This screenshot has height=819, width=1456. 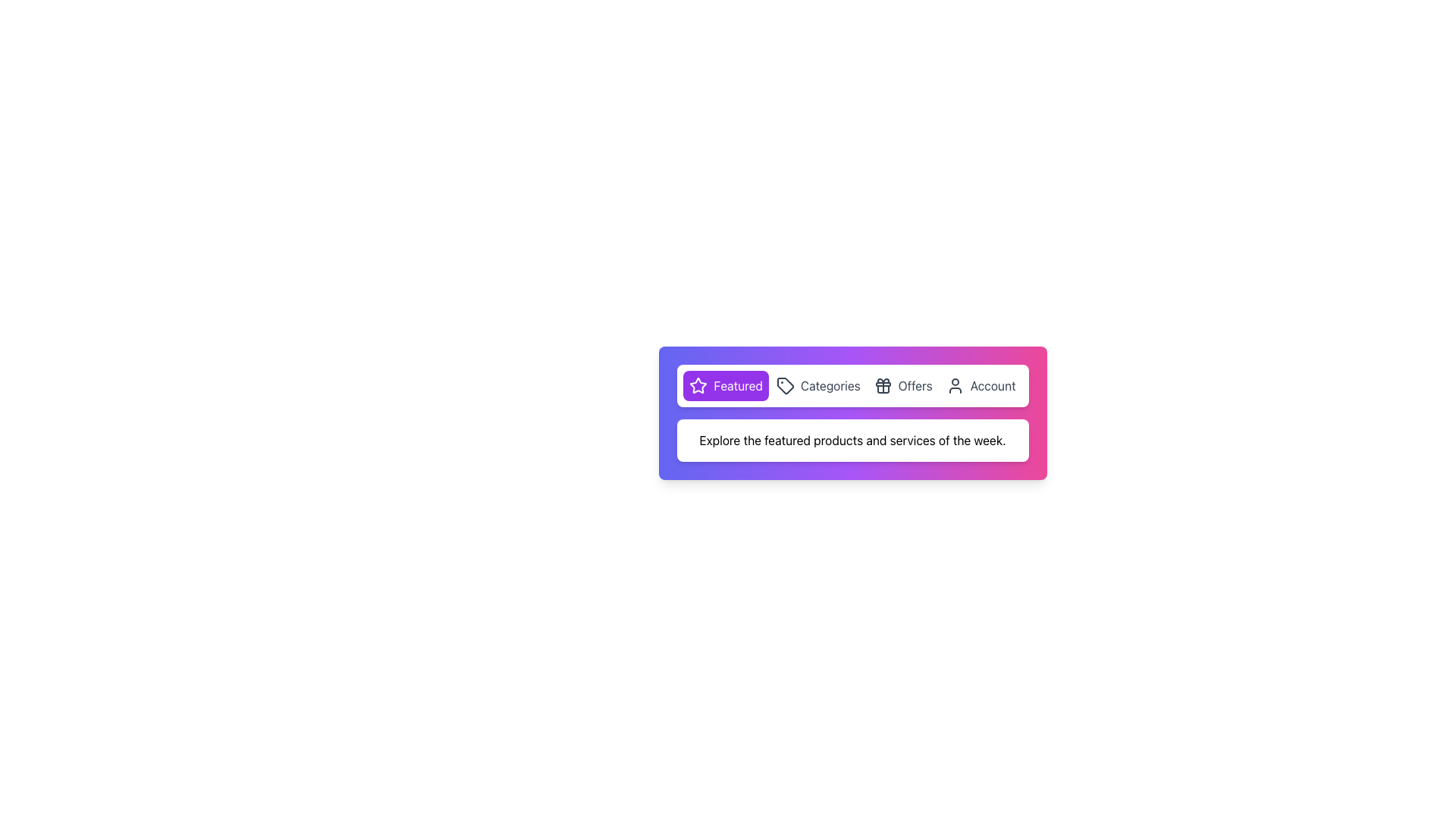 I want to click on the 'Account' button, which is the fourth button in a row of four and features a user icon to the left of the text, so click(x=981, y=385).